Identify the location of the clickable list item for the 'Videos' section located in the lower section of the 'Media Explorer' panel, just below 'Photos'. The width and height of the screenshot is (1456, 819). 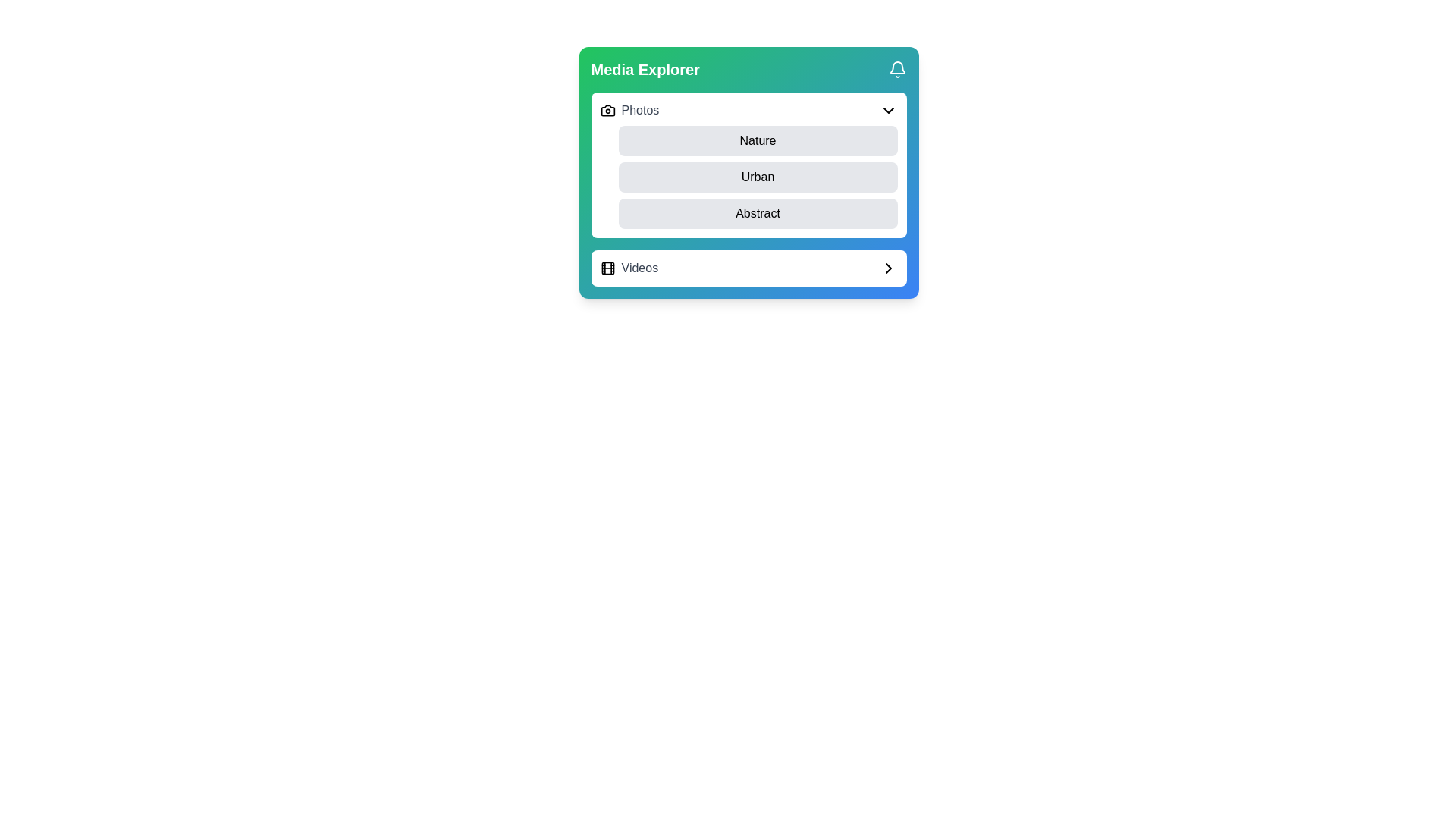
(629, 268).